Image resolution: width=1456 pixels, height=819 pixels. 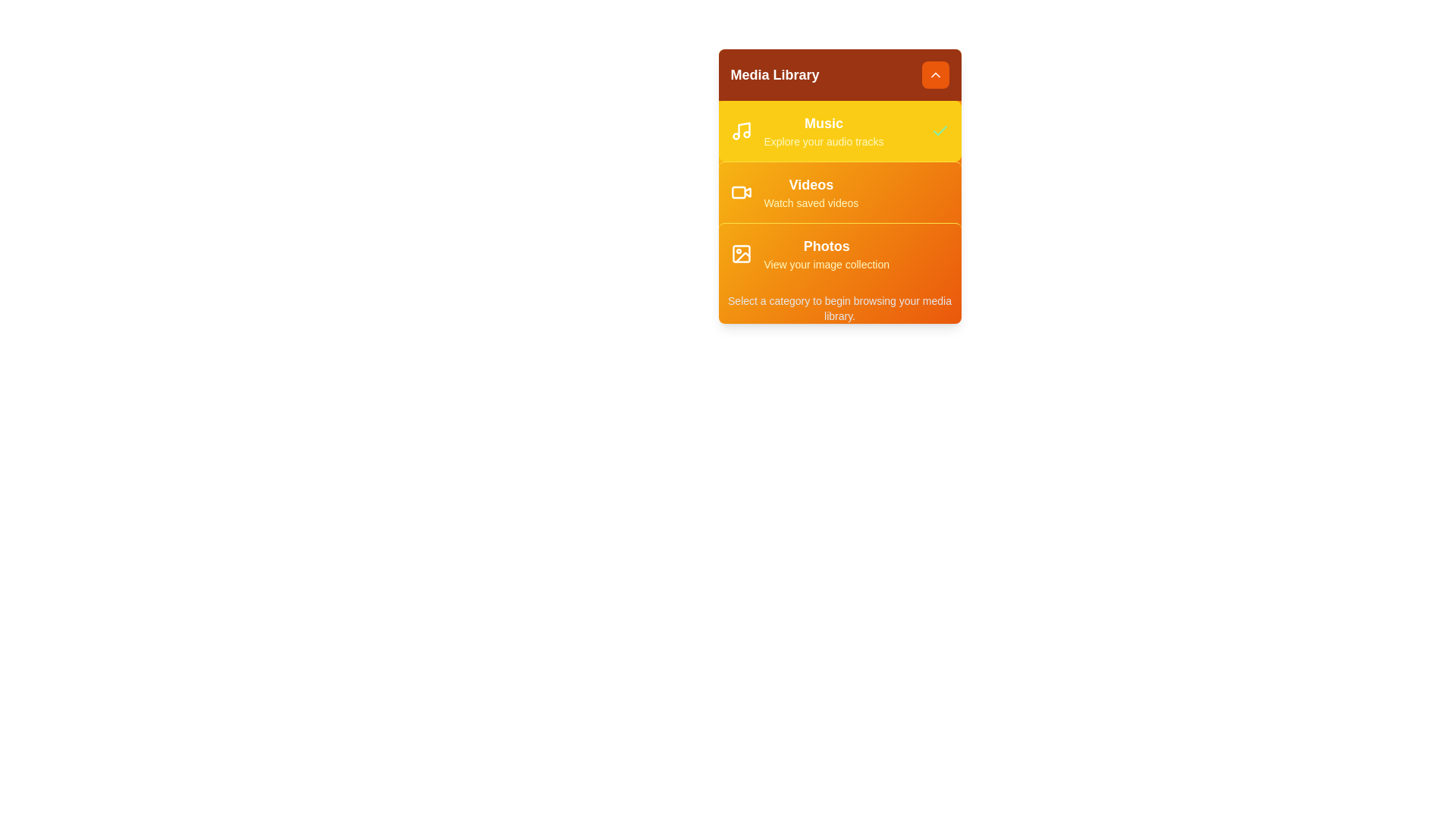 What do you see at coordinates (839, 191) in the screenshot?
I see `the Videos category to see the hover effect` at bounding box center [839, 191].